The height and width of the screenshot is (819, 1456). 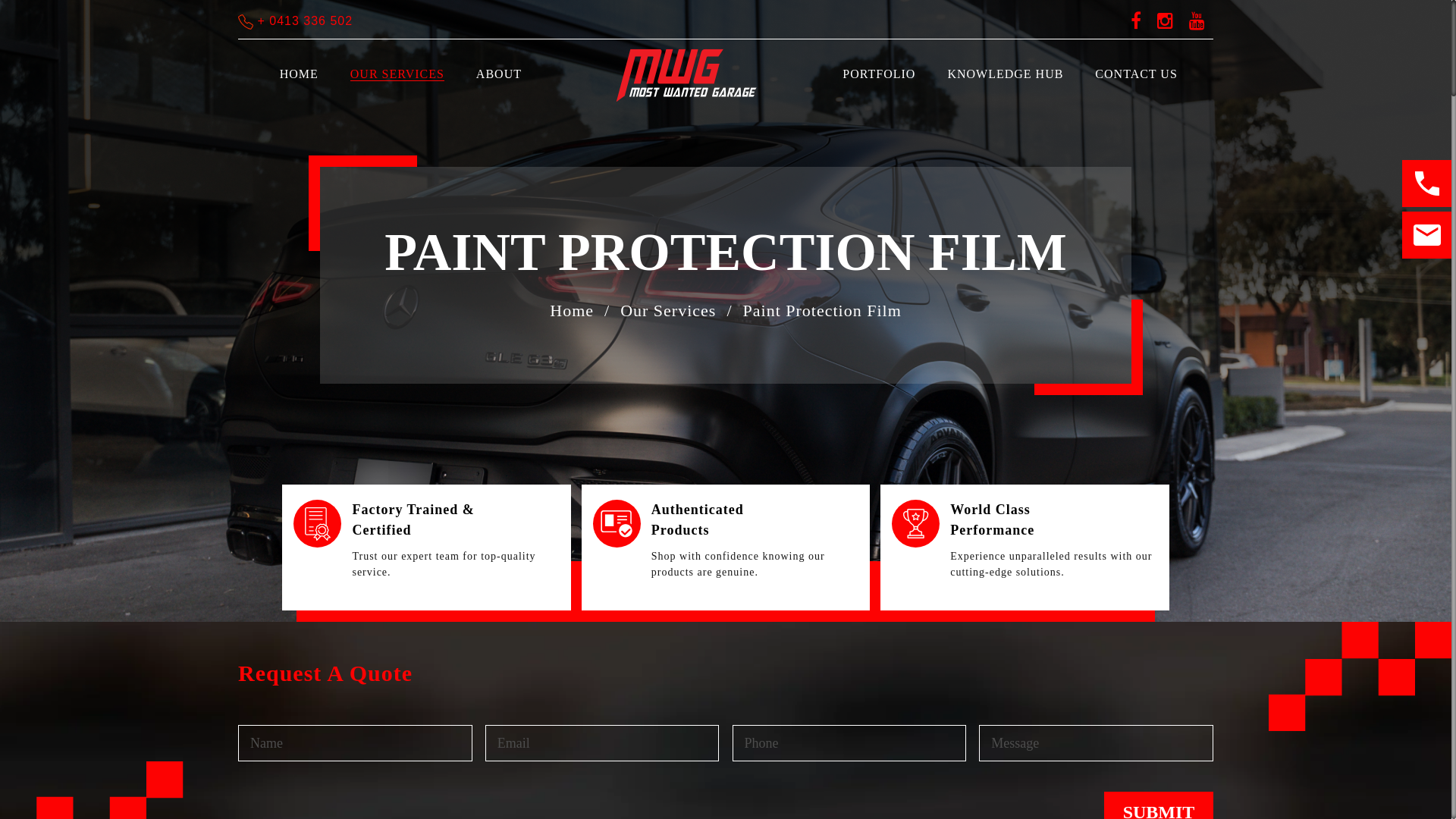 I want to click on 'CONTACT US', so click(x=1135, y=74).